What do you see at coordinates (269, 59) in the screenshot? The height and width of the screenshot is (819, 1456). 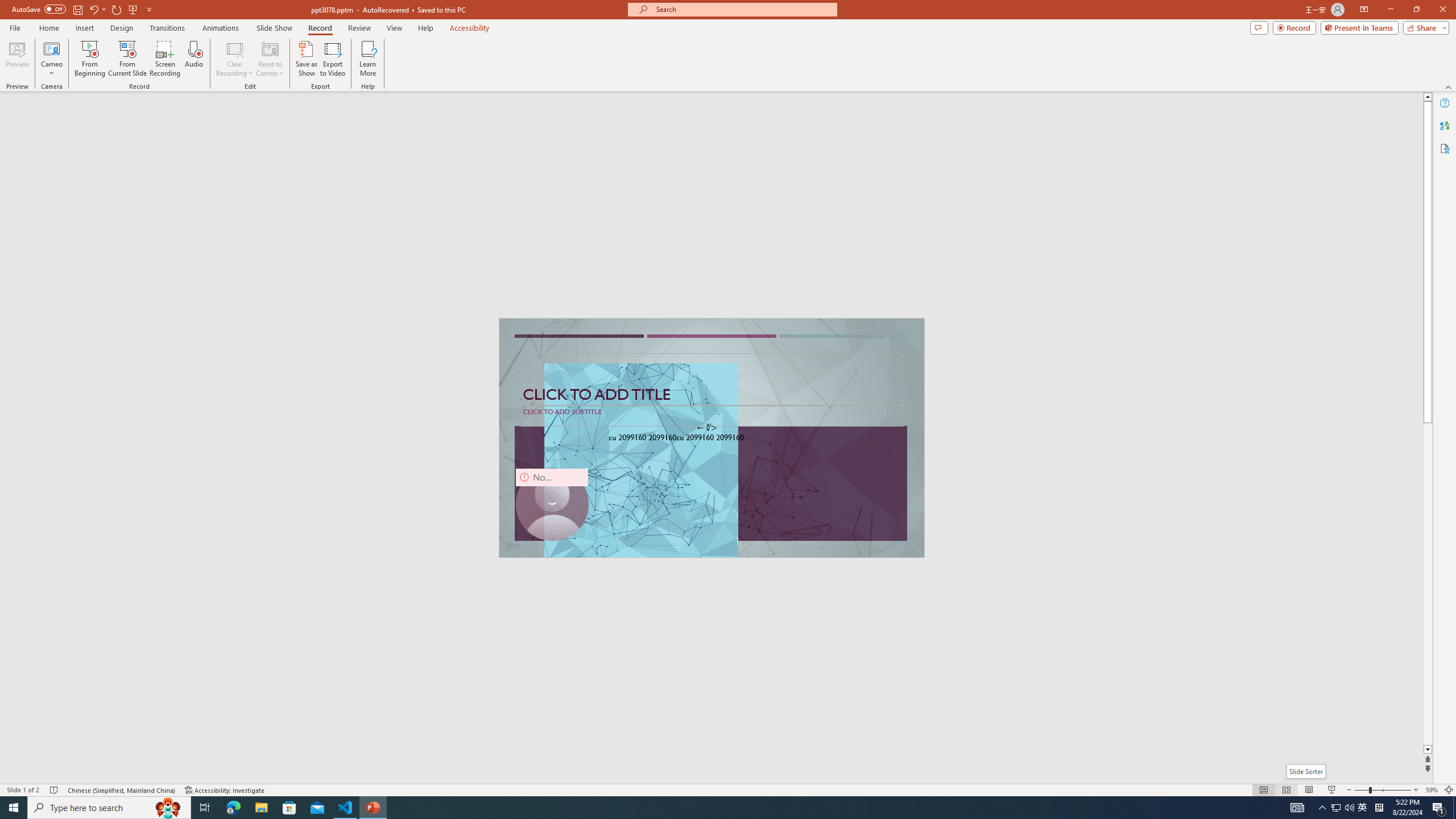 I see `'Reset to Cameo'` at bounding box center [269, 59].